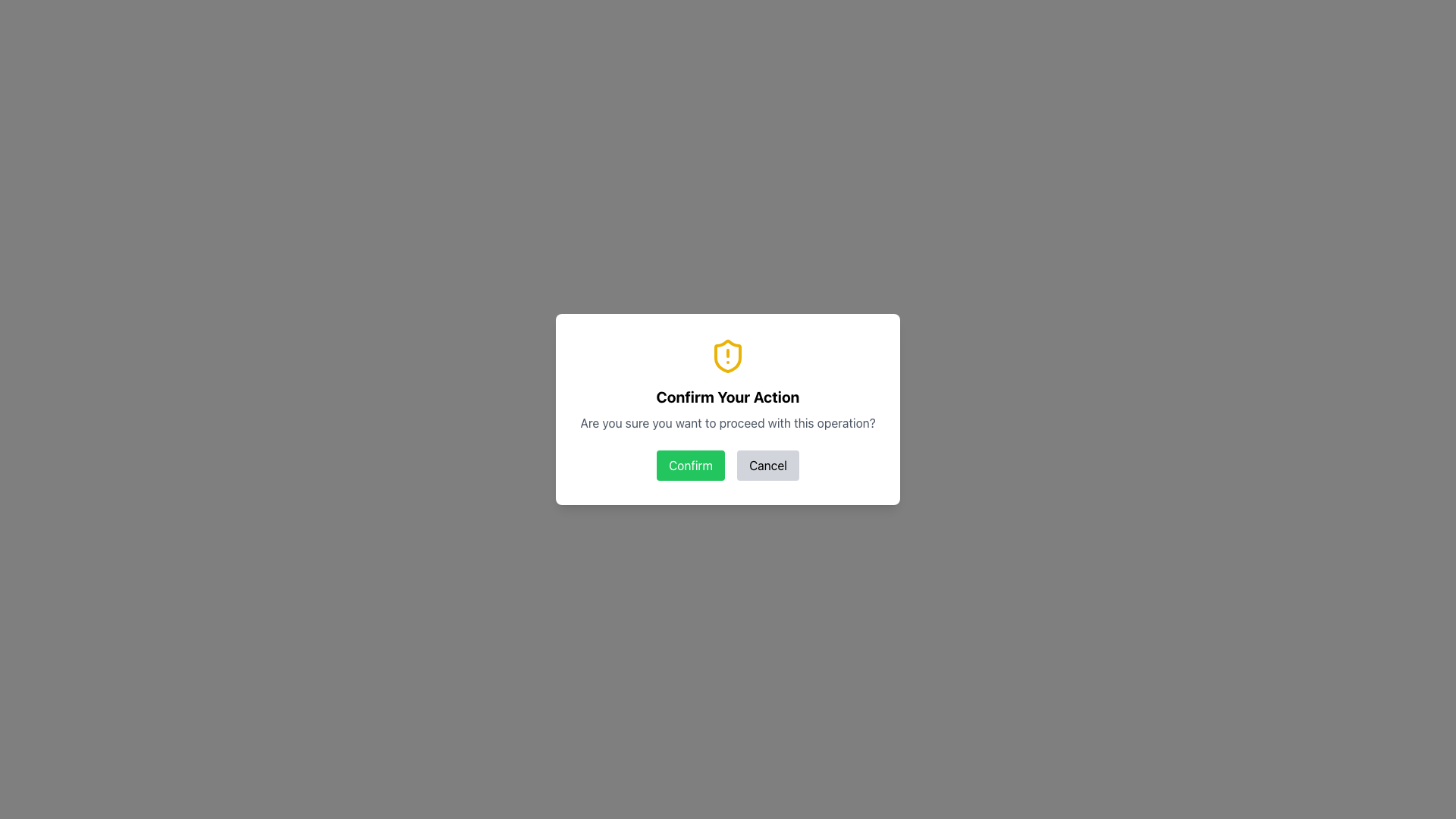  Describe the element at coordinates (690, 464) in the screenshot. I see `the 'Confirm' button located near the bottom center of the dialog box, directly under the text 'Are you sure you want to proceed with this operation?'` at that location.